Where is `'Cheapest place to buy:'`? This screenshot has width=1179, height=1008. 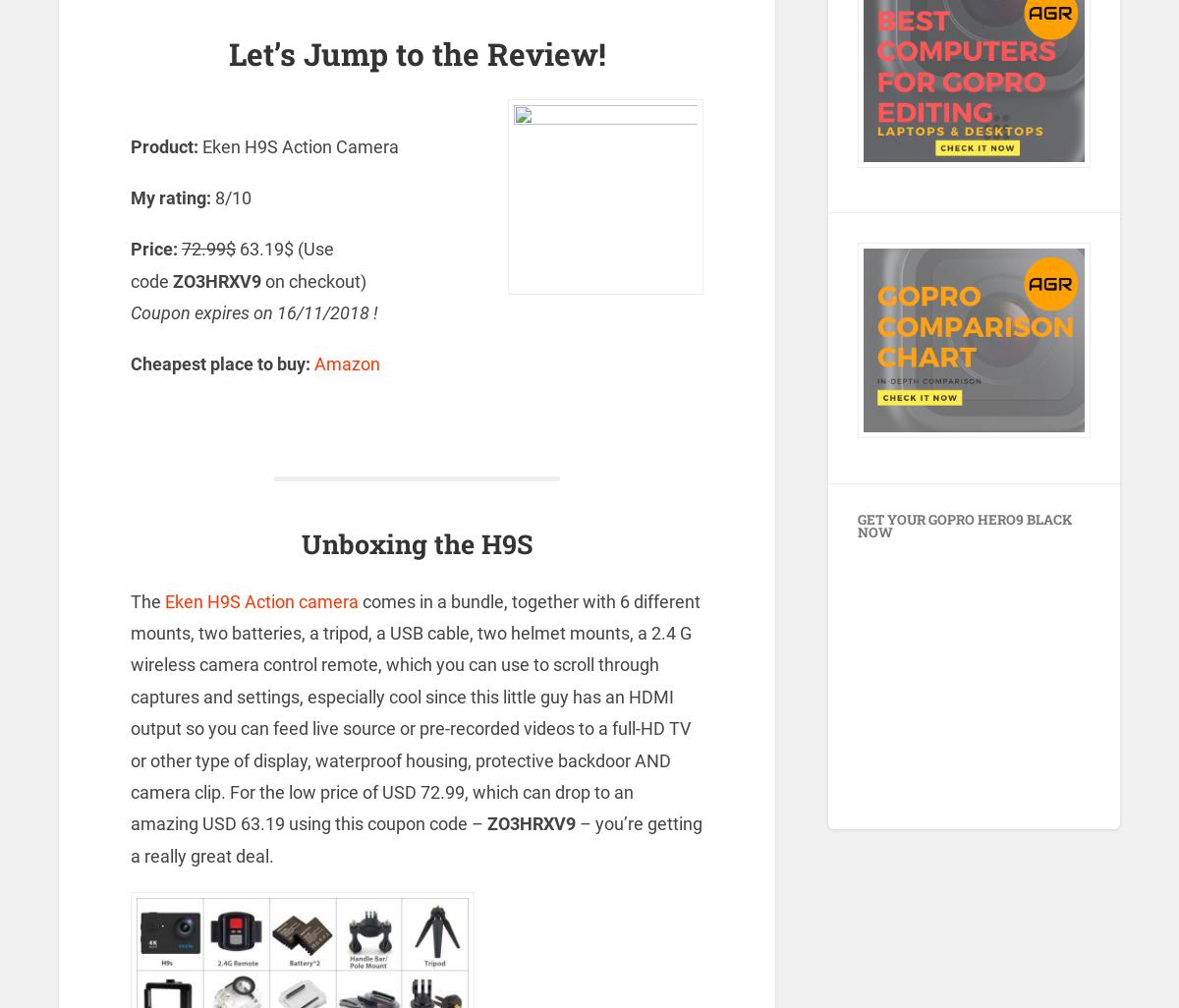
'Cheapest place to buy:' is located at coordinates (220, 363).